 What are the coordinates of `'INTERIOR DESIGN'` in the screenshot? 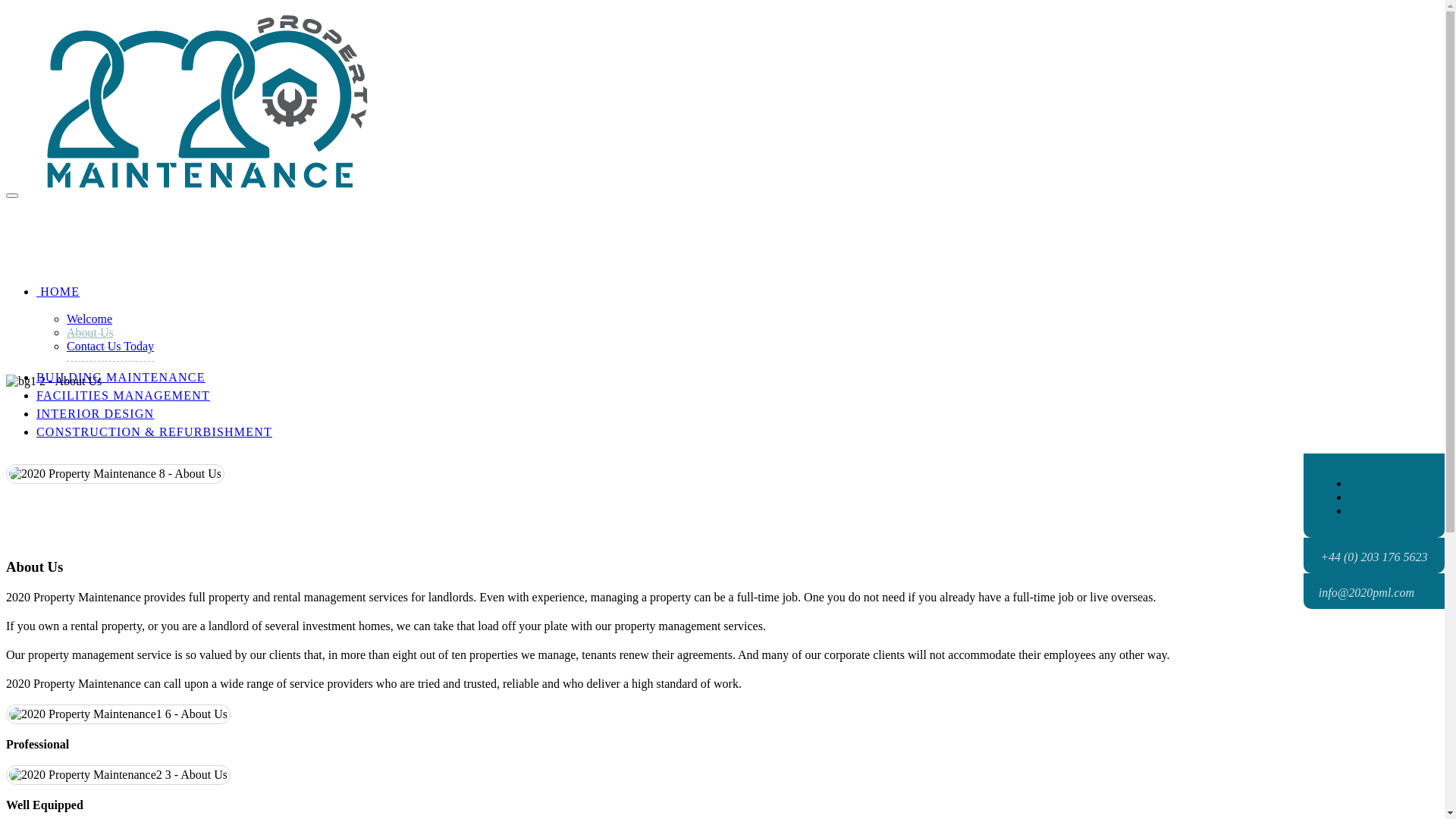 It's located at (94, 413).